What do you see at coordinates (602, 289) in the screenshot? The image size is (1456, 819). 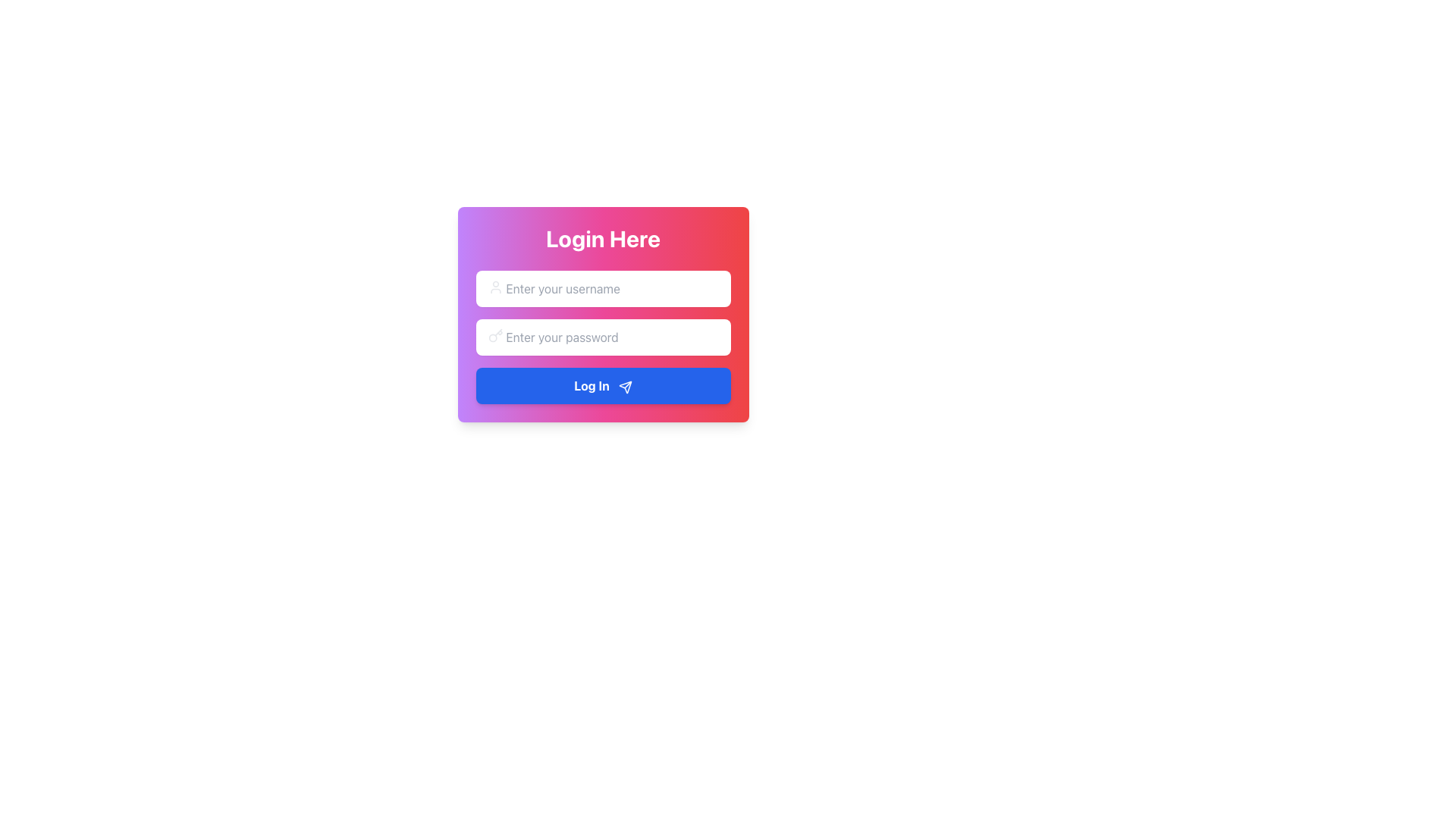 I see `the username or email address input field to focus on it during the login process` at bounding box center [602, 289].